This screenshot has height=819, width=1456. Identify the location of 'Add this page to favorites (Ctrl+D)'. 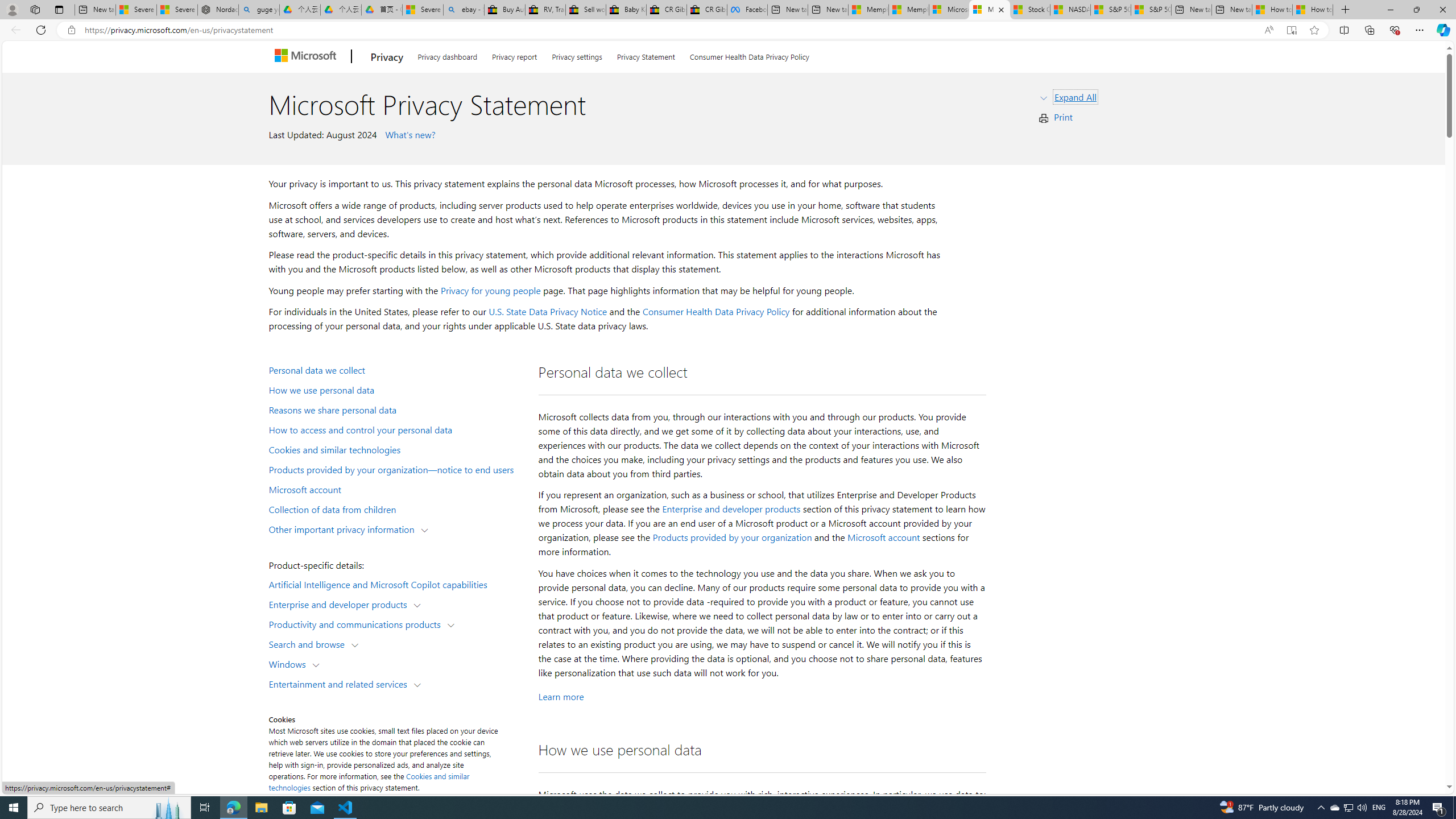
(1314, 30).